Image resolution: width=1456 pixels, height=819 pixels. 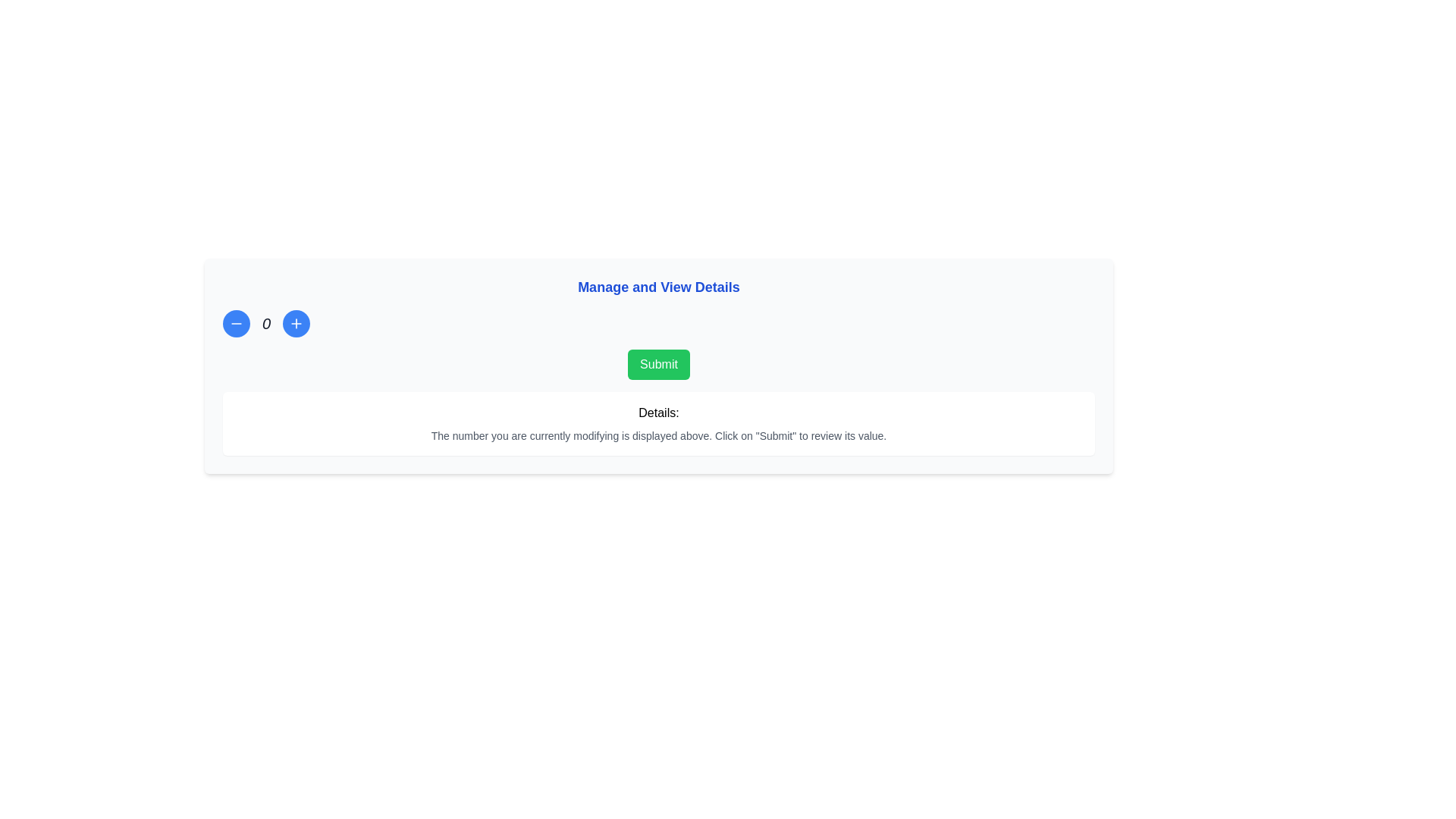 What do you see at coordinates (236, 323) in the screenshot?
I see `the circular blue button with a white minus icon to decrement the value located to the left of the numeric value '0'` at bounding box center [236, 323].